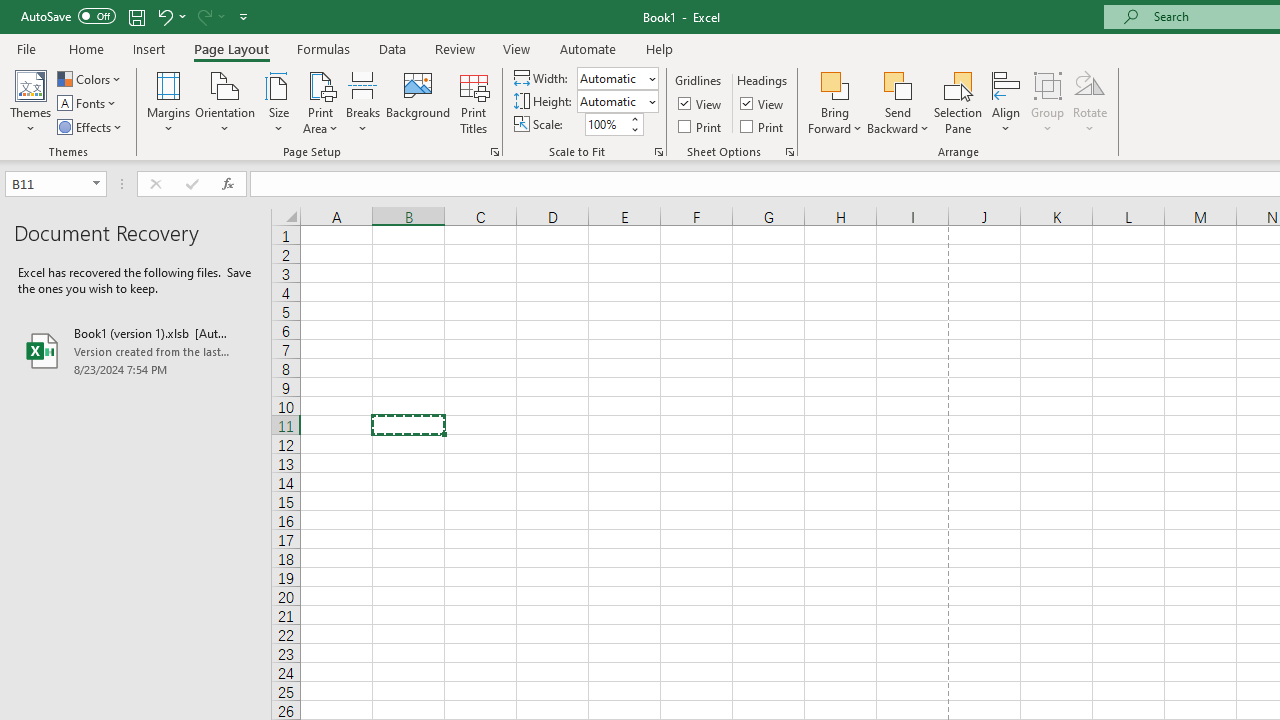  What do you see at coordinates (68, 16) in the screenshot?
I see `'AutoSave'` at bounding box center [68, 16].